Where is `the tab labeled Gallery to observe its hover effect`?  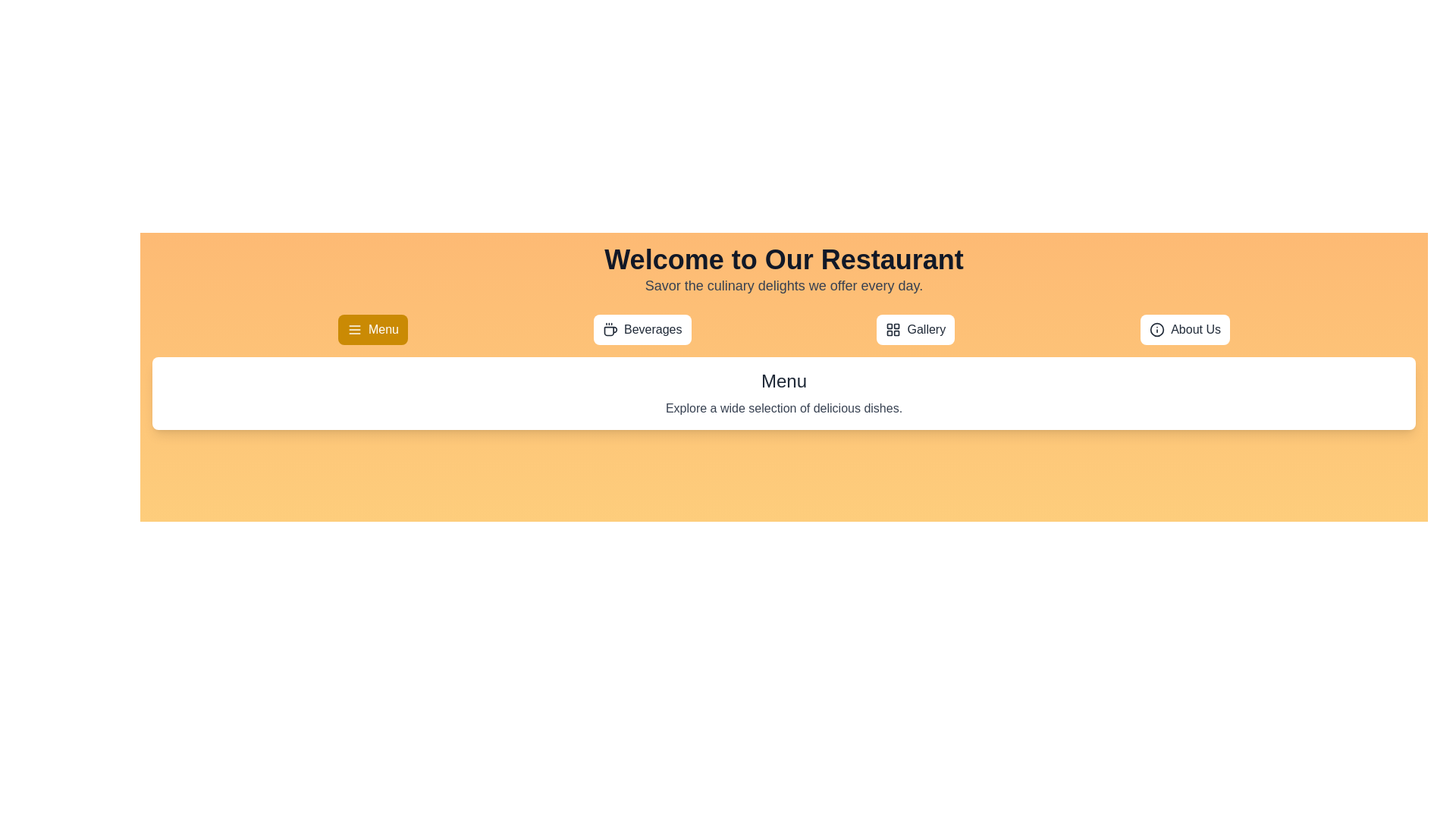 the tab labeled Gallery to observe its hover effect is located at coordinates (914, 329).